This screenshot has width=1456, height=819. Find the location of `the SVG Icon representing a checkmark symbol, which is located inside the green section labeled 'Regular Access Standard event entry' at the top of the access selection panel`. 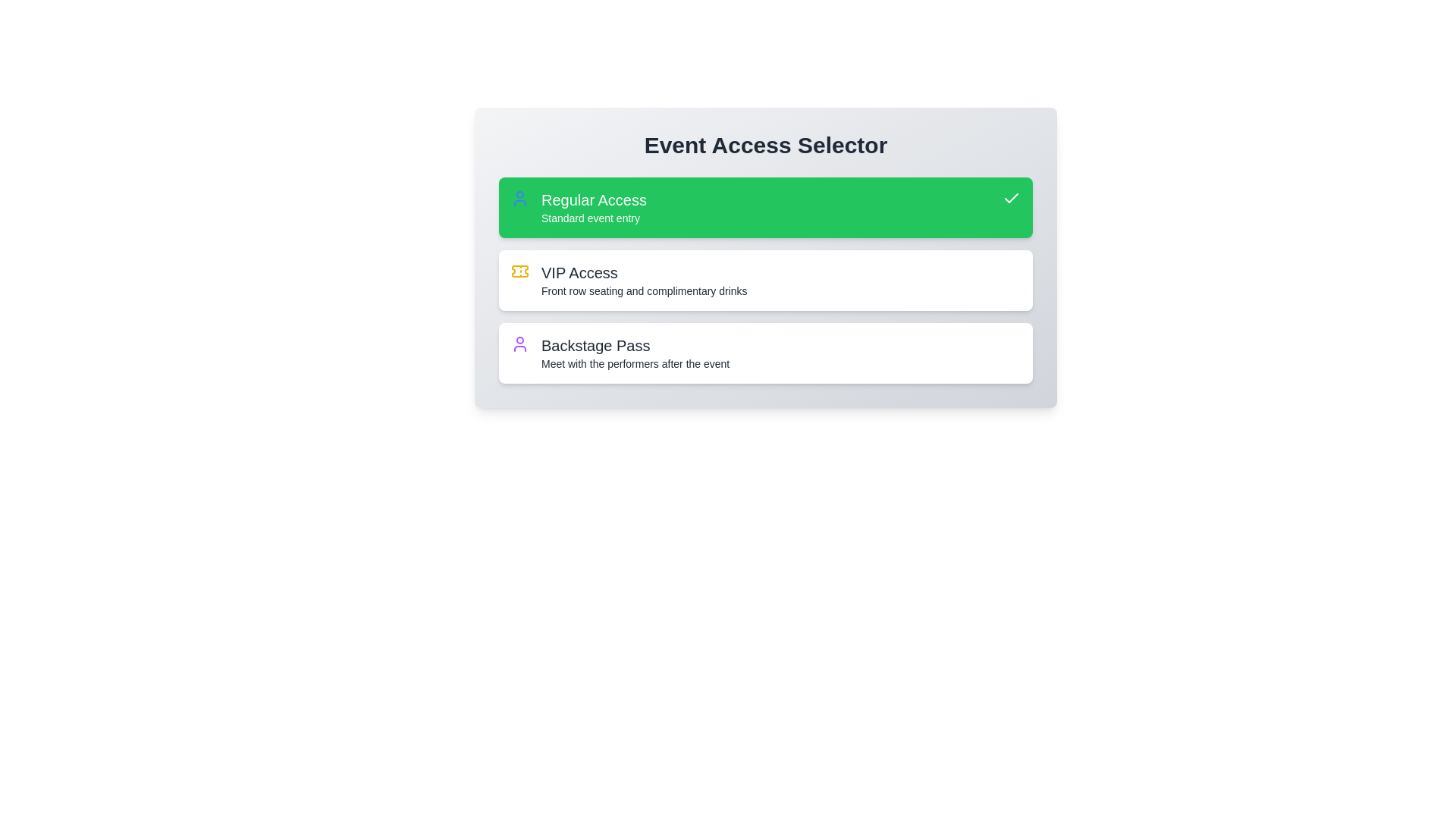

the SVG Icon representing a checkmark symbol, which is located inside the green section labeled 'Regular Access Standard event entry' at the top of the access selection panel is located at coordinates (1012, 198).